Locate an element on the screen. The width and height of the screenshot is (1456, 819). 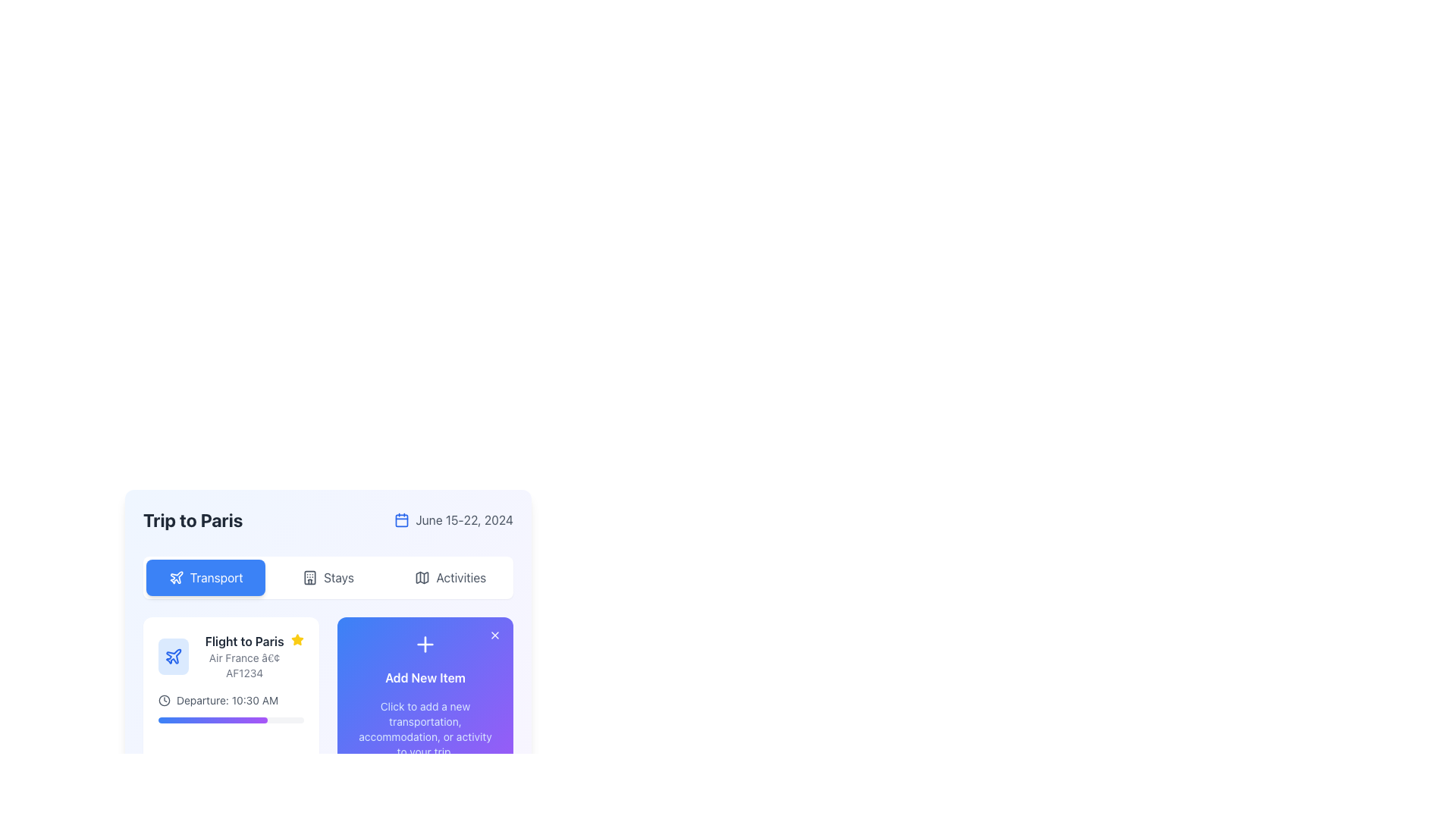
the text label displaying 'Air France â€¢ AF1234', which is styled in a smaller gray font and located beneath the 'Flight to Paris' title within the flight information card is located at coordinates (244, 665).